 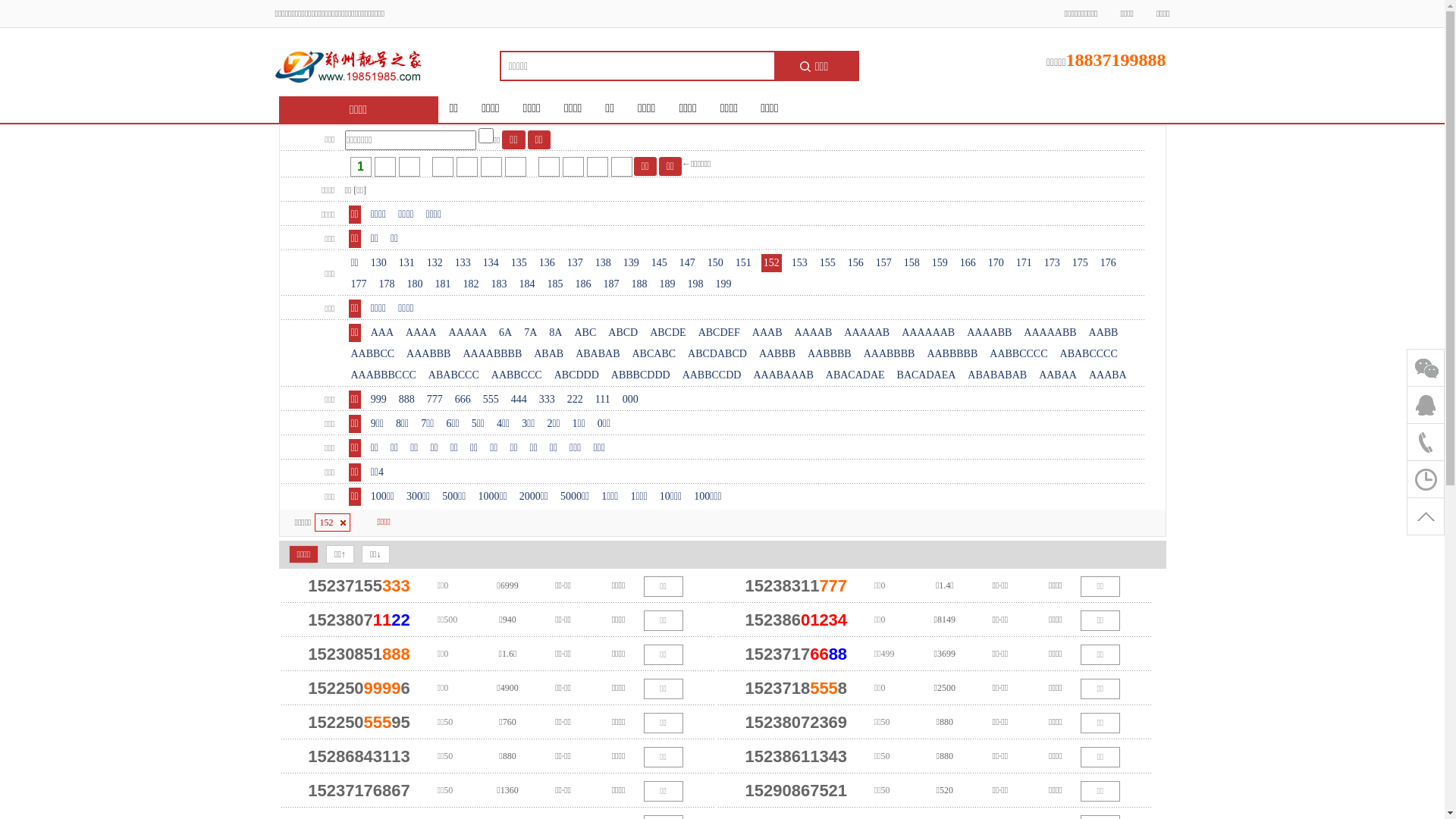 I want to click on 'ABABCCC', so click(x=453, y=375).